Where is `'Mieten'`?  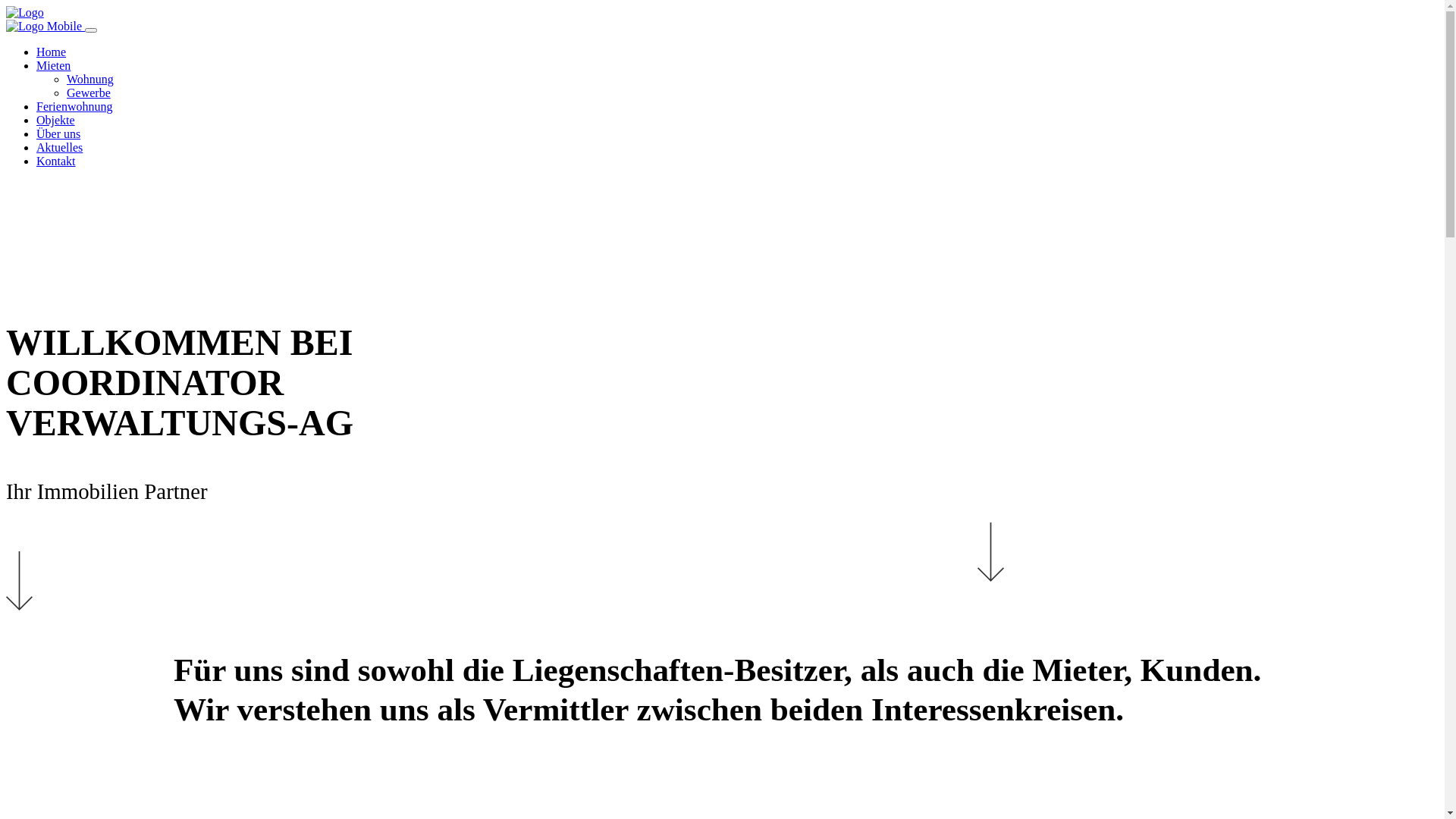
'Mieten' is located at coordinates (53, 64).